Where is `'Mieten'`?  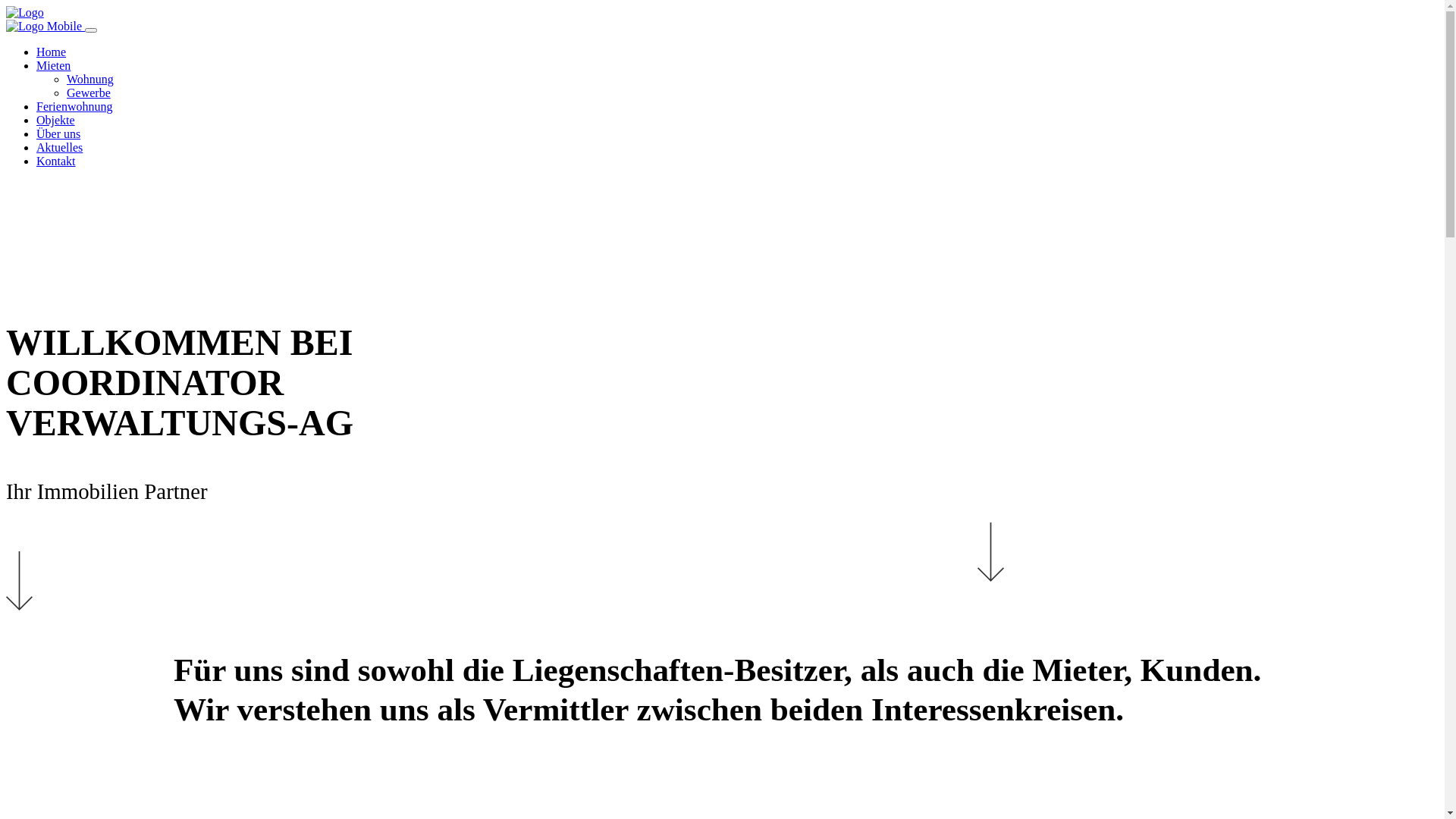
'Mieten' is located at coordinates (53, 64).